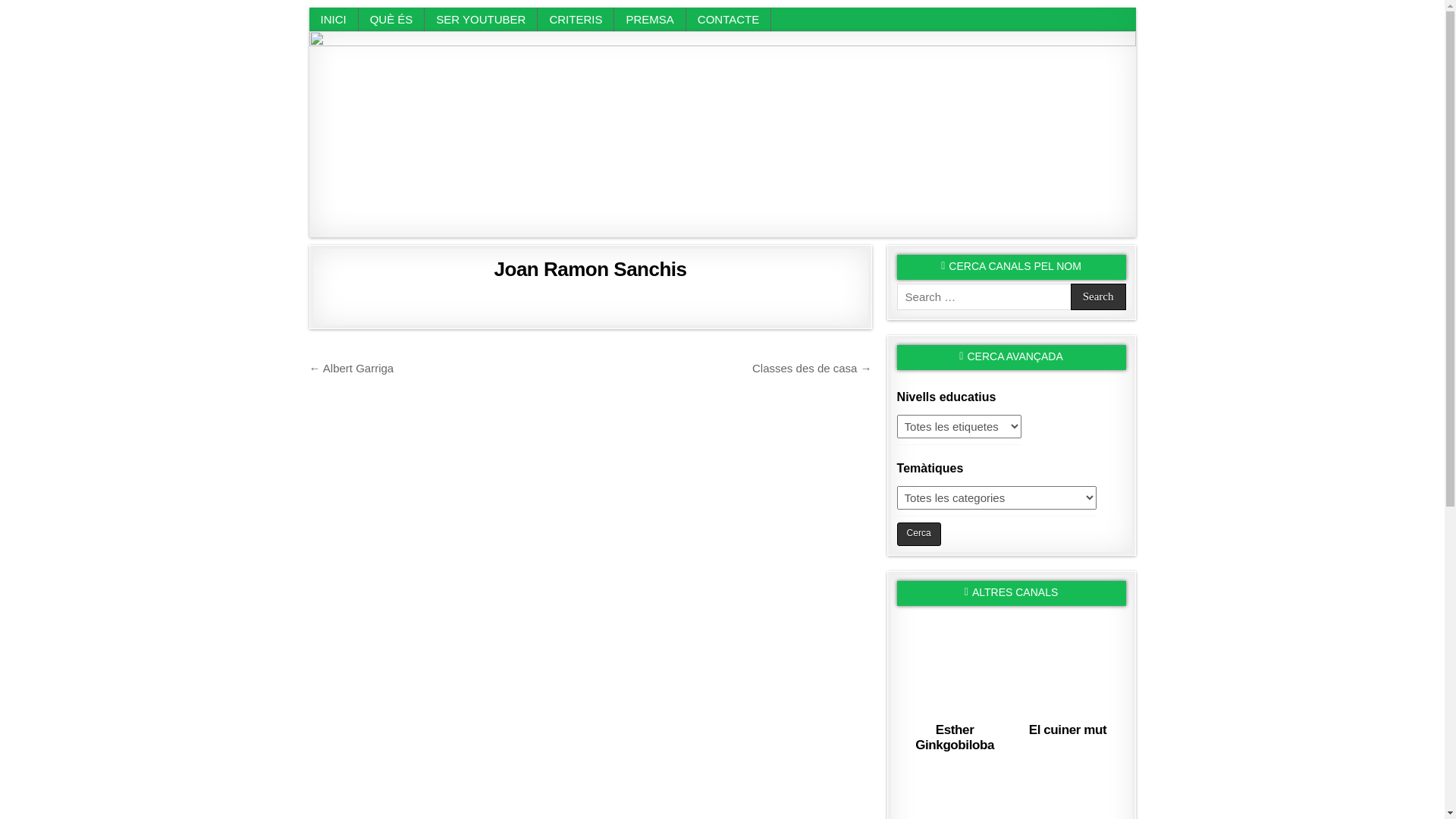 This screenshot has width=1456, height=819. I want to click on 'SER YOUTUBER', so click(480, 19).